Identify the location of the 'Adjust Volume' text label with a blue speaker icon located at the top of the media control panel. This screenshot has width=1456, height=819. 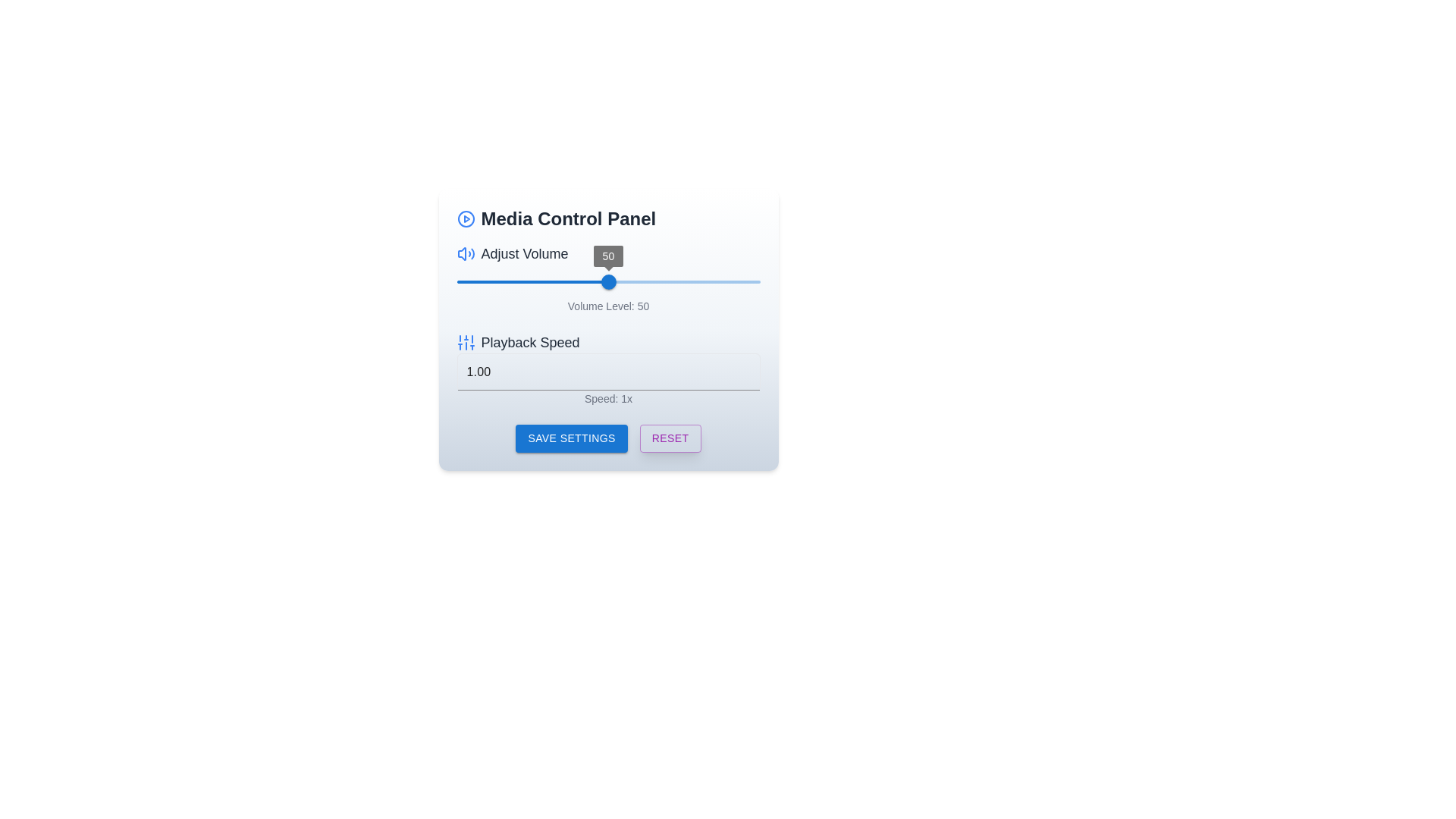
(608, 253).